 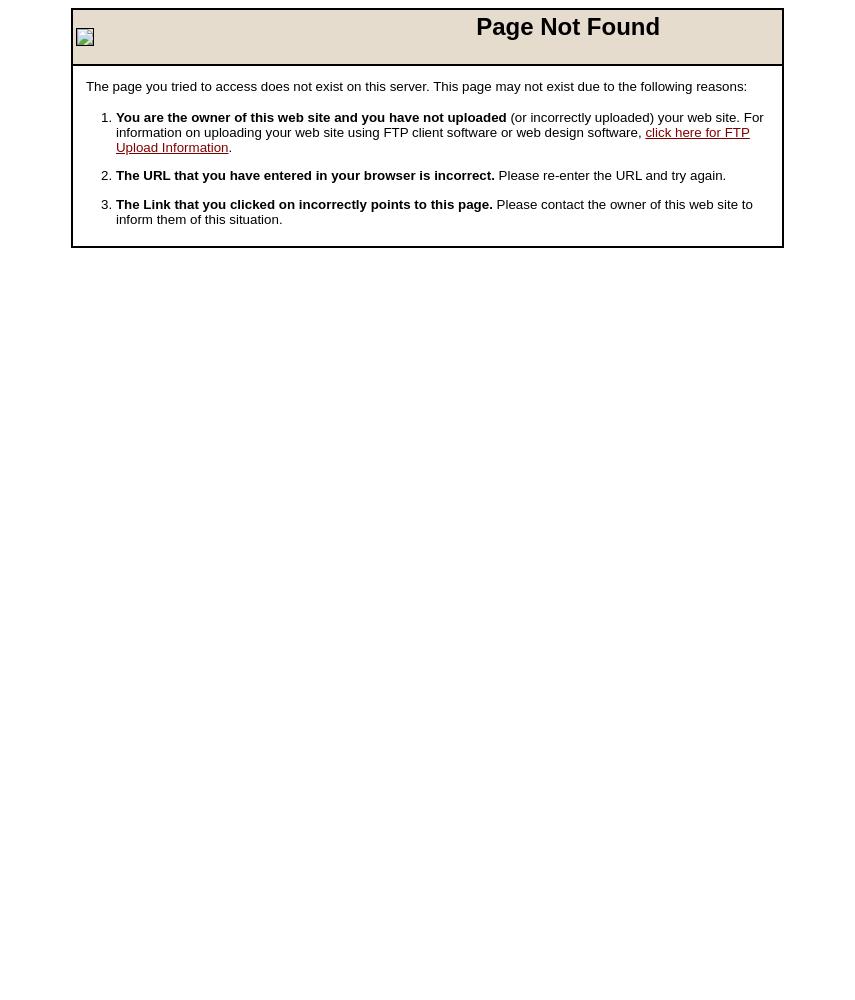 I want to click on 'The page you tried to access does not exist on this server. This 
page may not exist due to the following reasons:', so click(x=415, y=84).